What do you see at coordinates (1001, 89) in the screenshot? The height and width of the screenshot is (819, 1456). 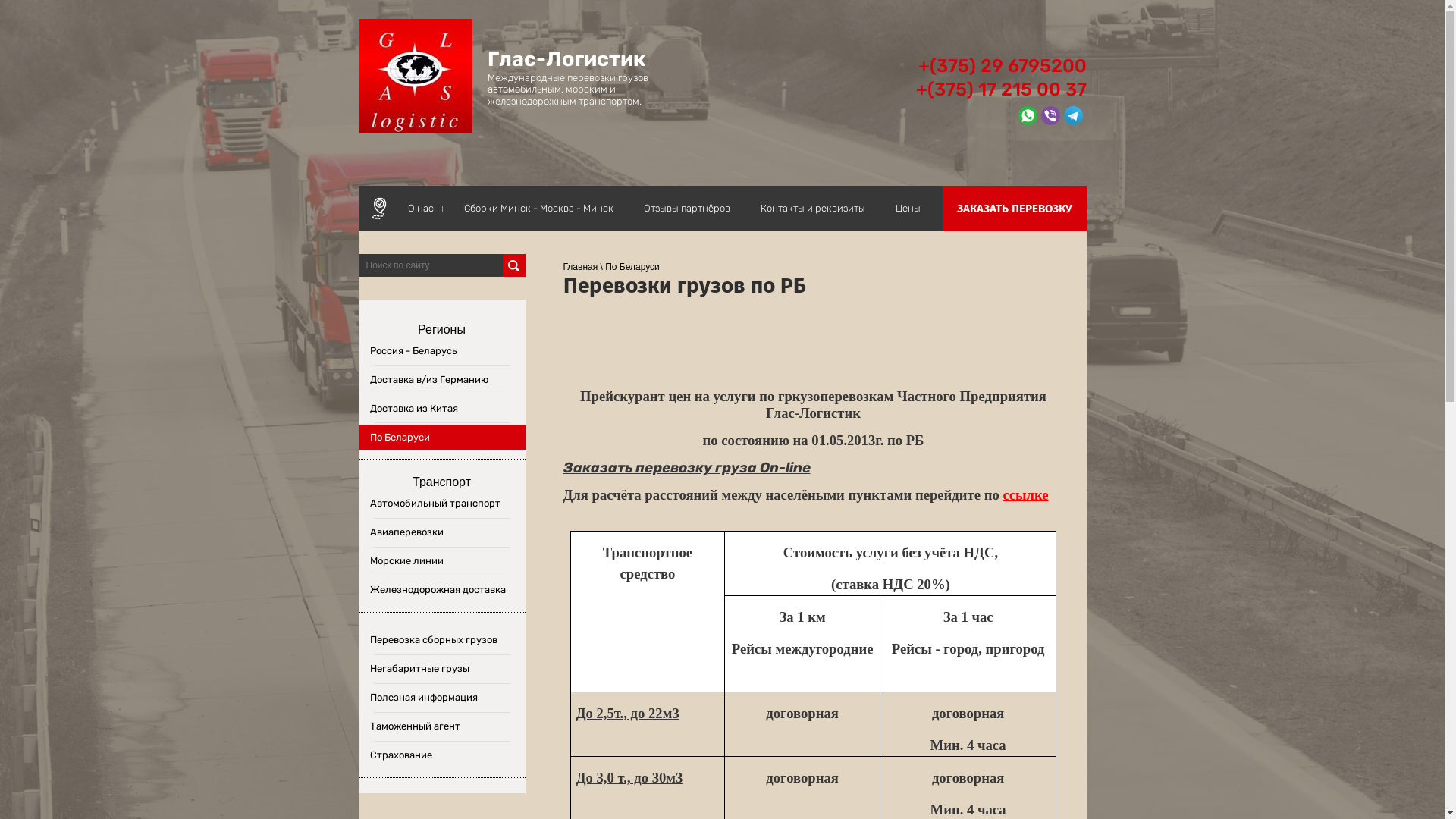 I see `'+(375) 17 215 00 37'` at bounding box center [1001, 89].